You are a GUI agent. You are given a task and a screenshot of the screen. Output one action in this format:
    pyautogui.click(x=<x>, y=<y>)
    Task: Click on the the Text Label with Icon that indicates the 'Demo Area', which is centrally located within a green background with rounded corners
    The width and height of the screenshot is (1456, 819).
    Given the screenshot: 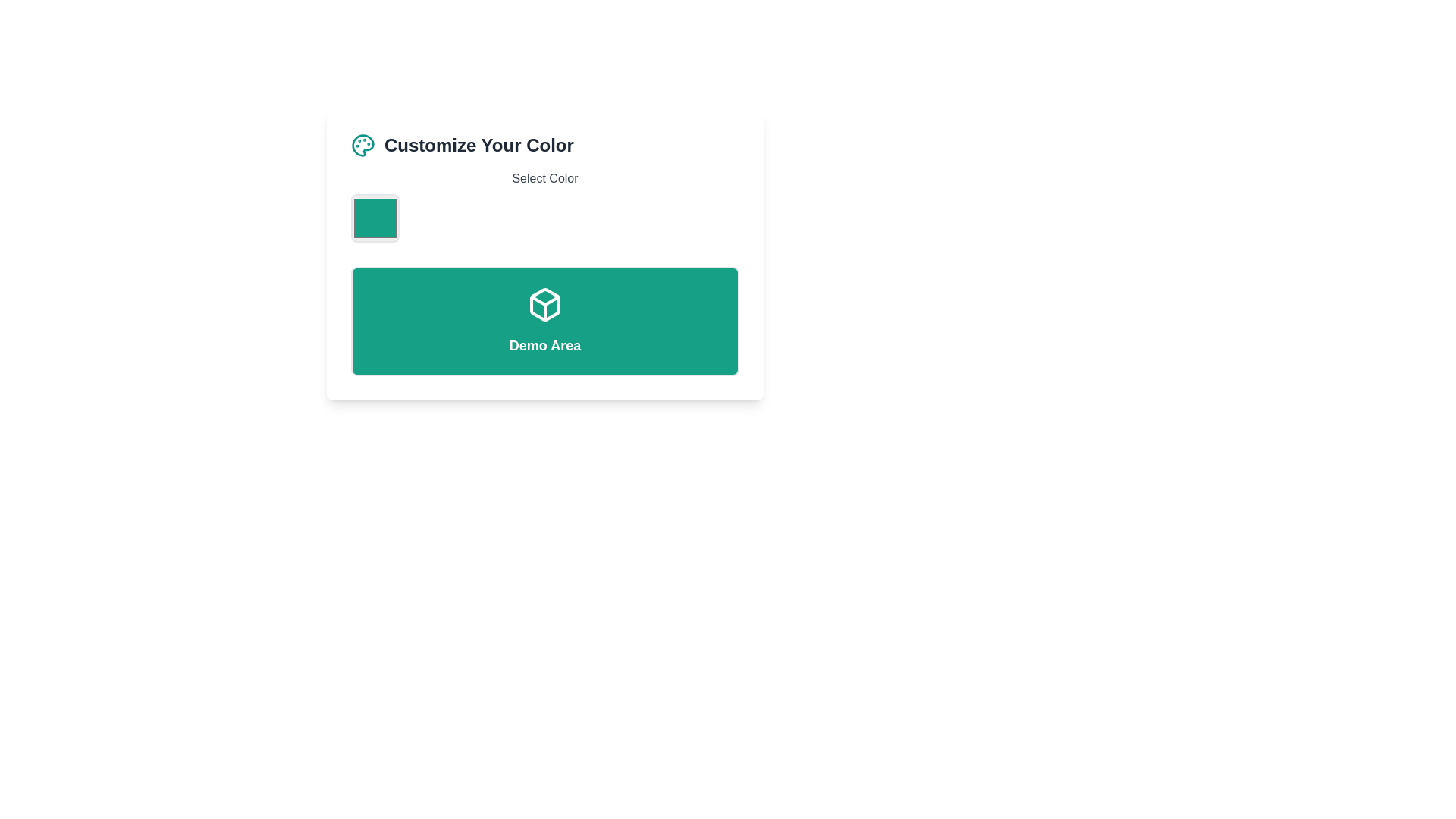 What is the action you would take?
    pyautogui.click(x=545, y=321)
    